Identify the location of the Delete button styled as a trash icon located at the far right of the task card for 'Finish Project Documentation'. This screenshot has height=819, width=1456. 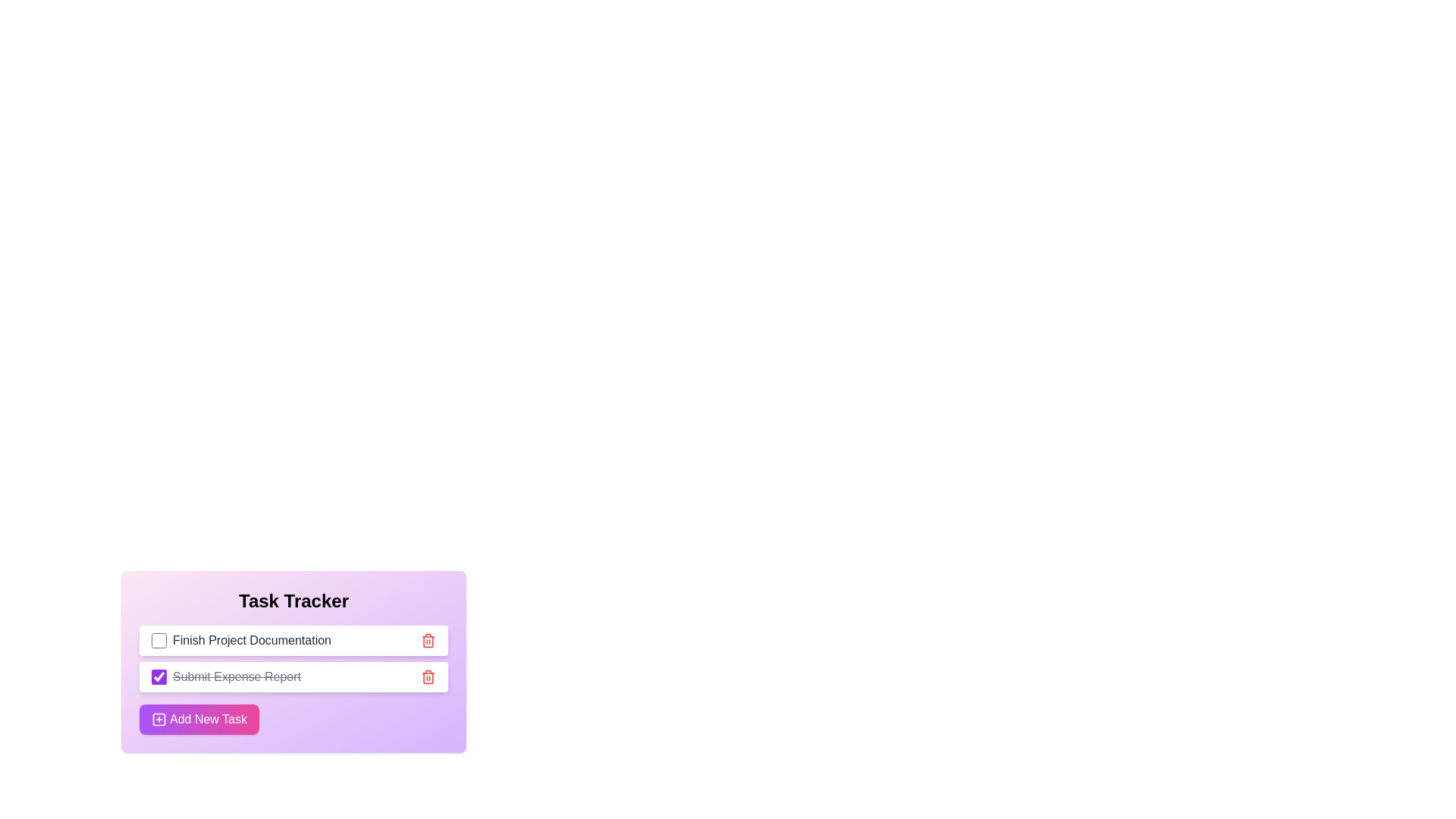
(428, 640).